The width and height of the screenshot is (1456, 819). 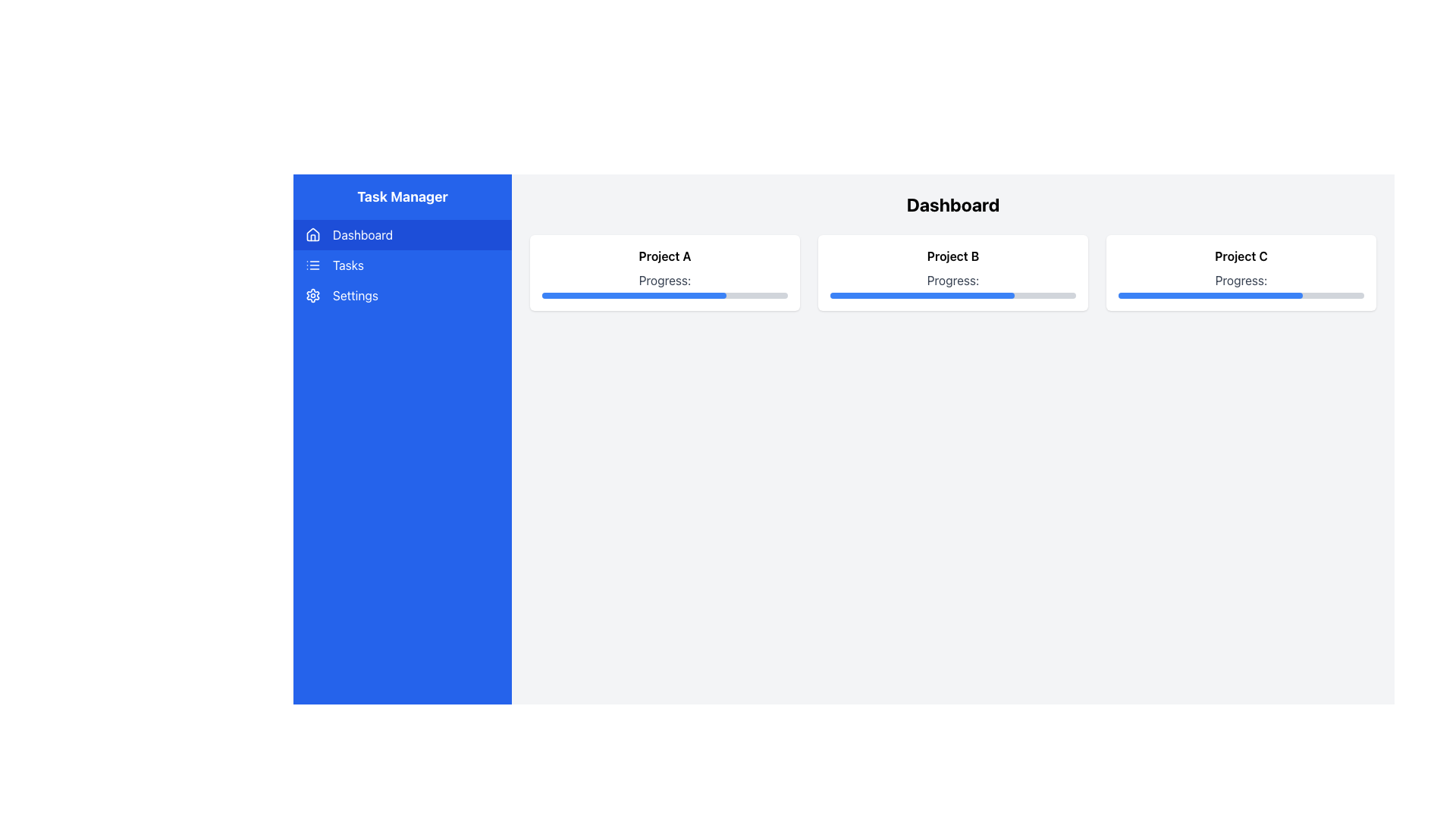 What do you see at coordinates (312, 265) in the screenshot?
I see `the 'Tasks' icon in the sidebar menu, which is represented by three horizontal lines with circular dots aligned vertically next to them` at bounding box center [312, 265].